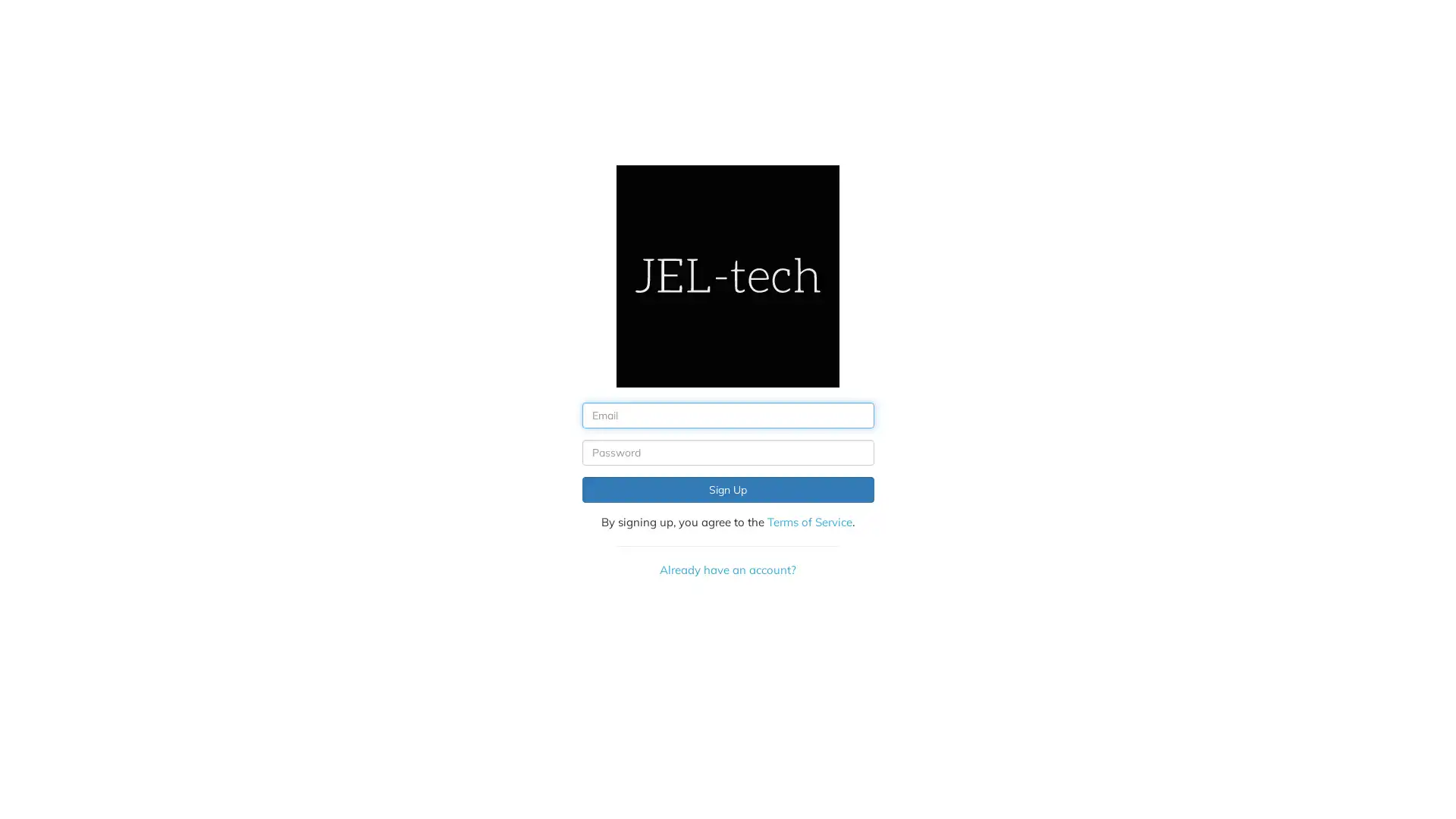 This screenshot has width=1456, height=819. I want to click on Sign Up, so click(726, 489).